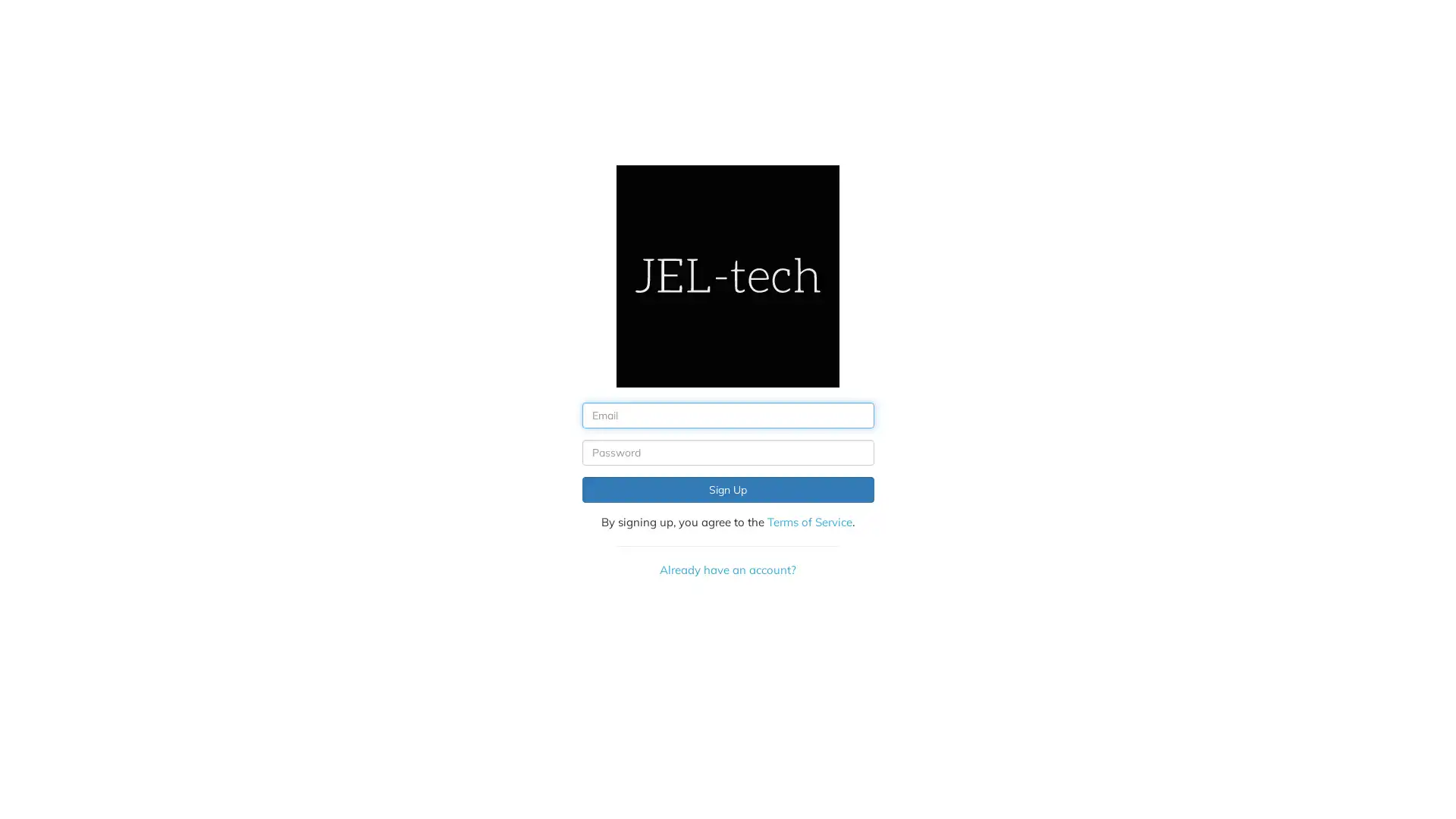 This screenshot has width=1456, height=819. I want to click on Sign Up, so click(726, 489).